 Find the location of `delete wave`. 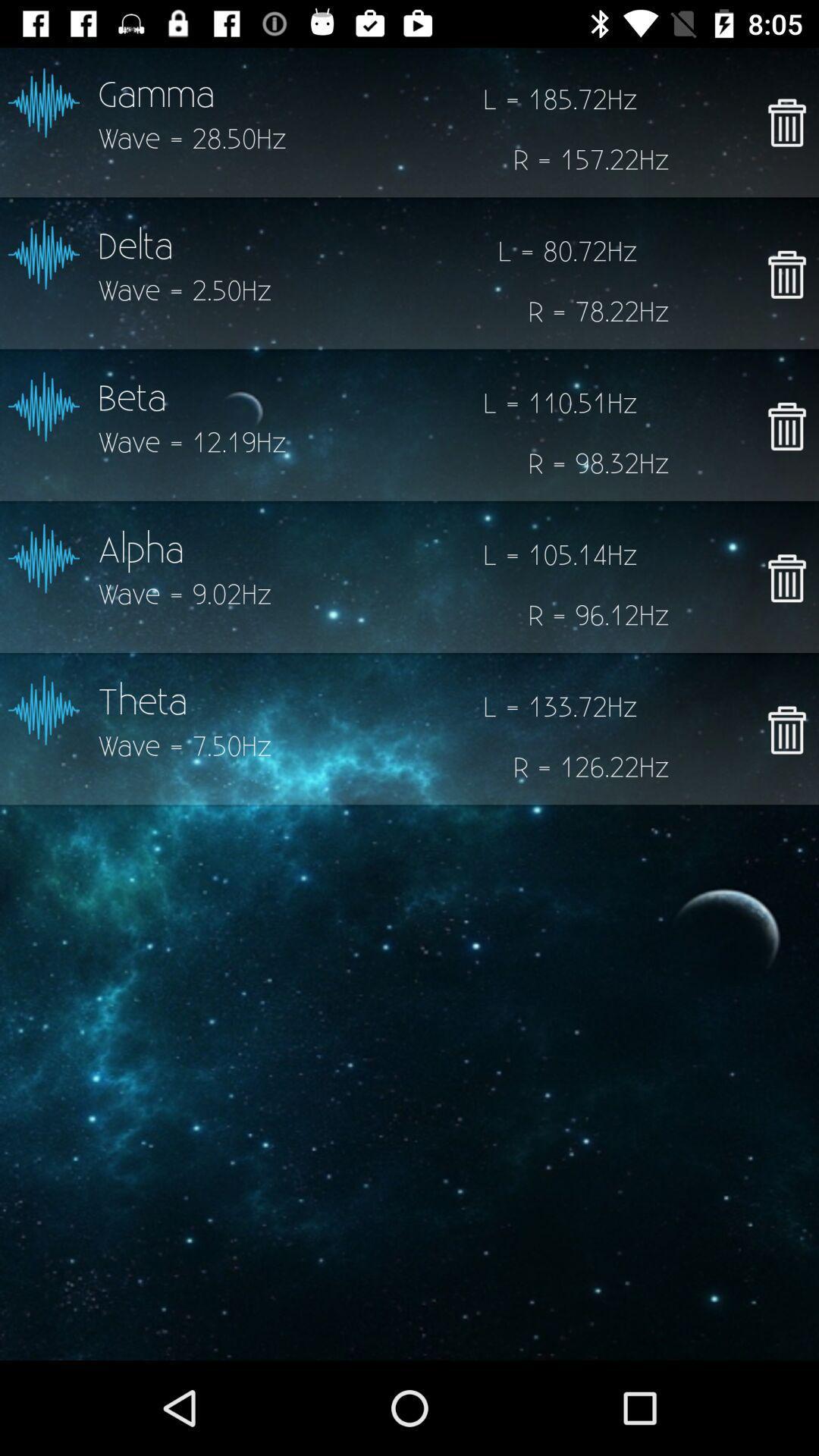

delete wave is located at coordinates (786, 122).